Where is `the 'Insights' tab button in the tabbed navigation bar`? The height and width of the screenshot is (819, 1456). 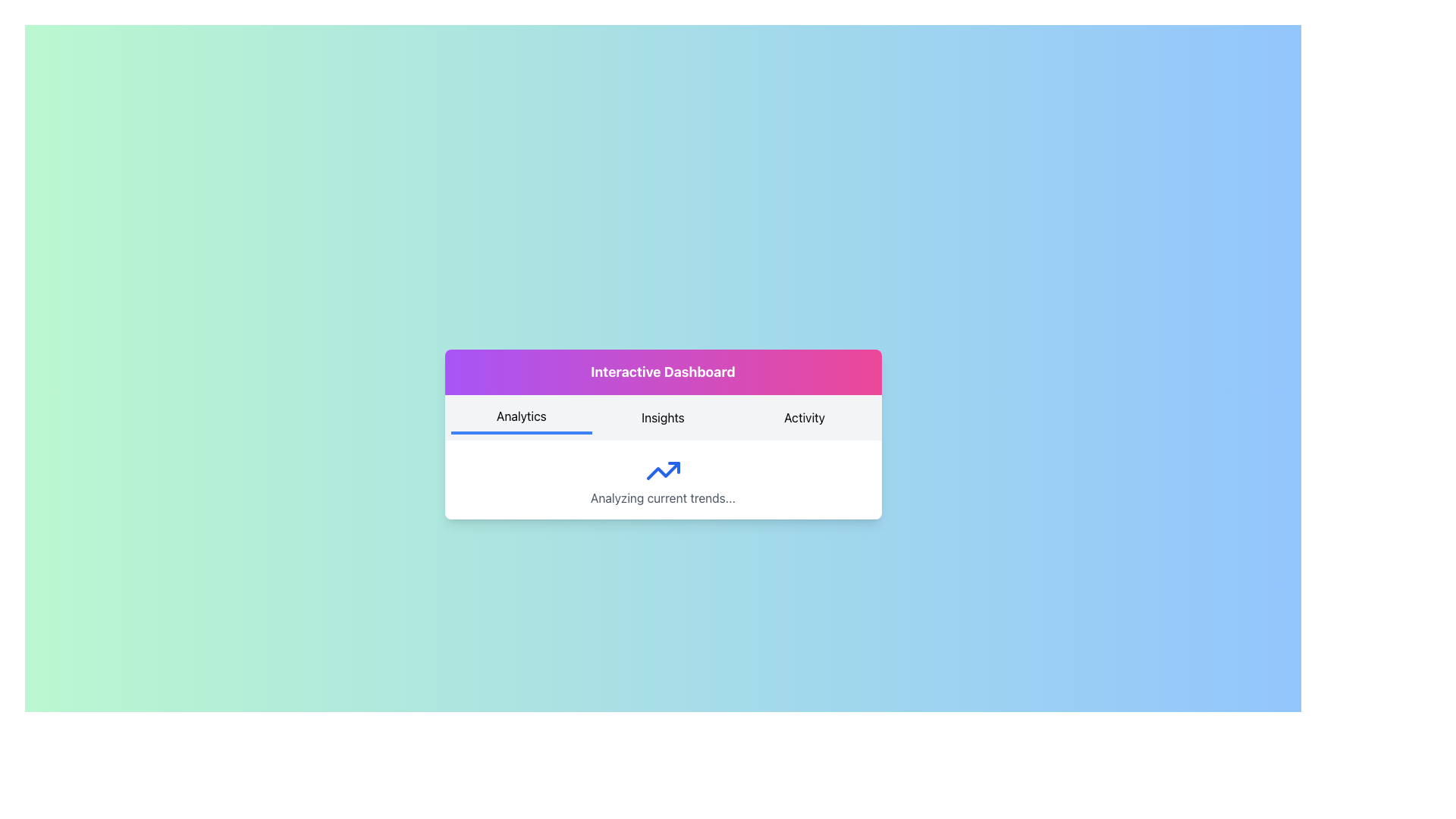 the 'Insights' tab button in the tabbed navigation bar is located at coordinates (663, 435).